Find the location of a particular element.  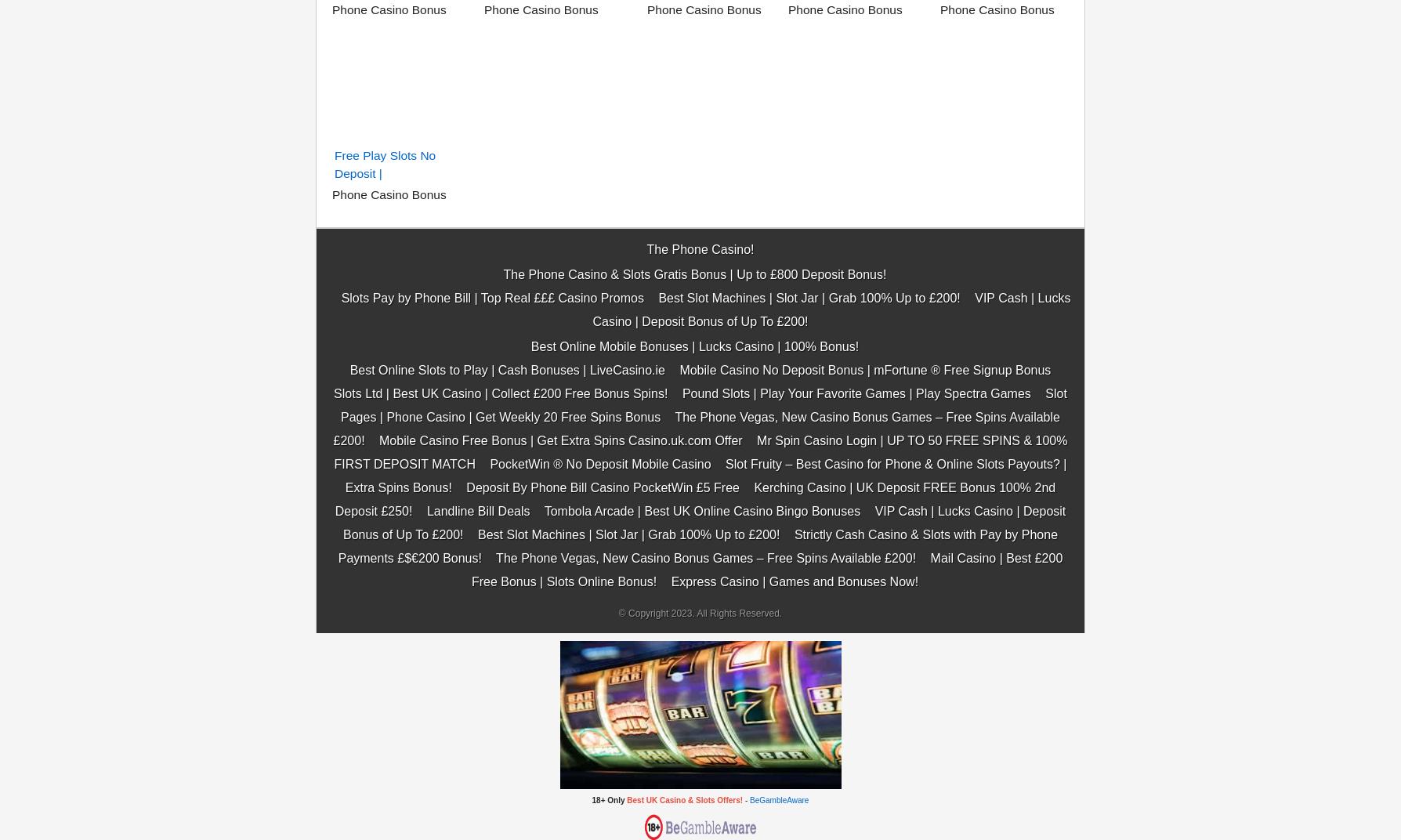

'Mobile Casino Free Bonus | Get Extra Spins Casino.uk.com Offer' is located at coordinates (559, 243).